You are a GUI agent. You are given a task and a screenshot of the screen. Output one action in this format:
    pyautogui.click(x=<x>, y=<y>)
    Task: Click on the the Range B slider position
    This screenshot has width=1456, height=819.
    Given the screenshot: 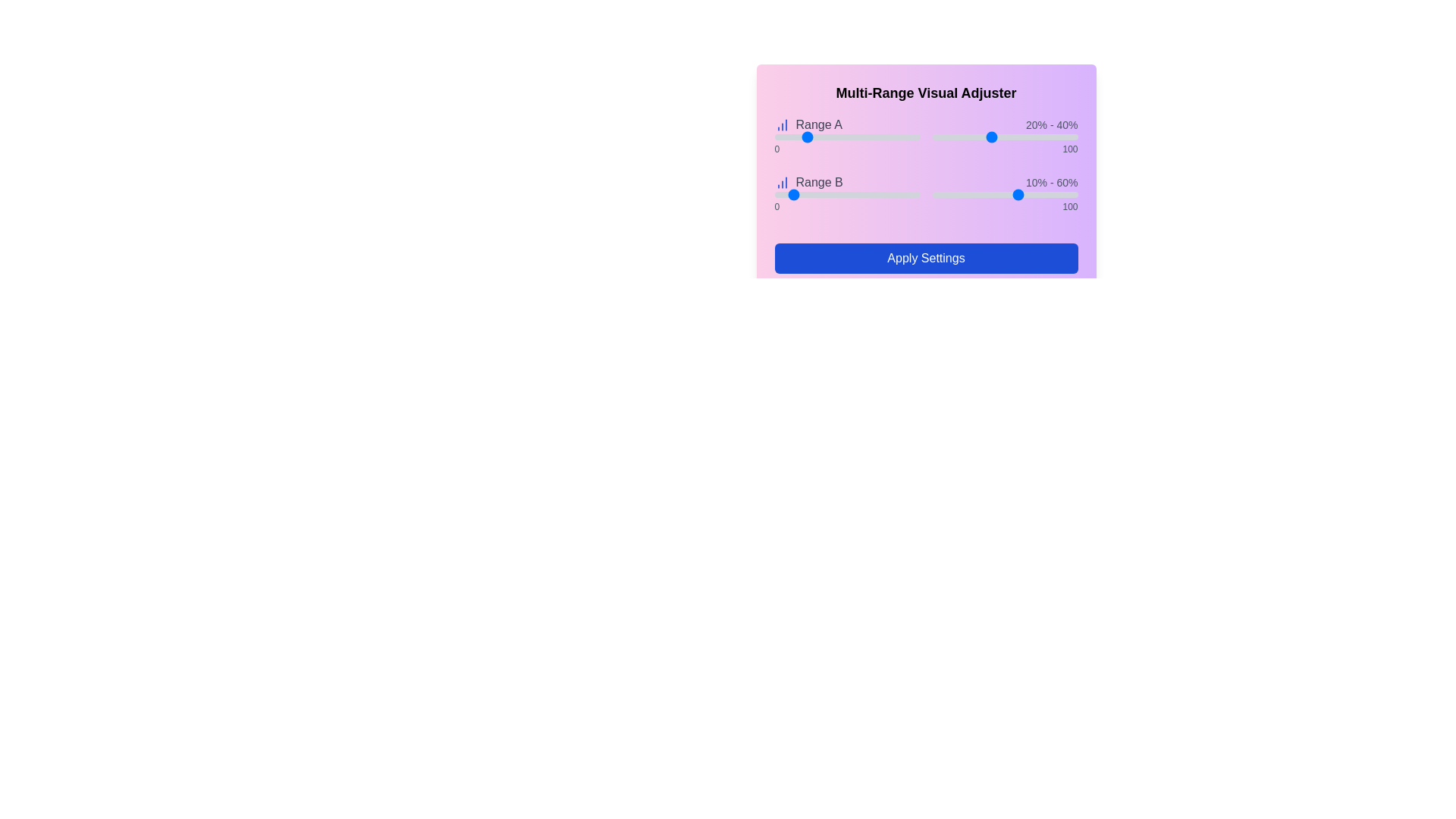 What is the action you would take?
    pyautogui.click(x=869, y=194)
    